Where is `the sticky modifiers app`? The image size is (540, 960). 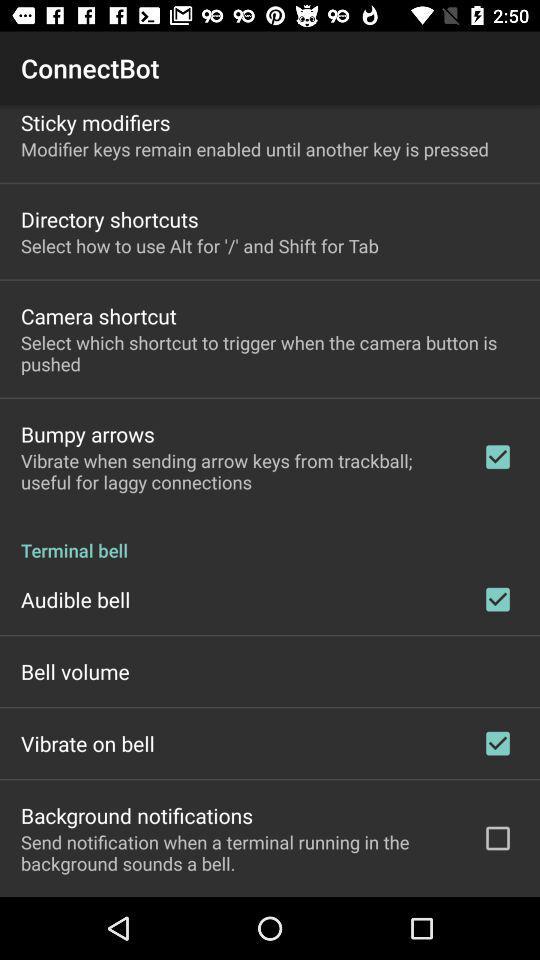
the sticky modifiers app is located at coordinates (94, 121).